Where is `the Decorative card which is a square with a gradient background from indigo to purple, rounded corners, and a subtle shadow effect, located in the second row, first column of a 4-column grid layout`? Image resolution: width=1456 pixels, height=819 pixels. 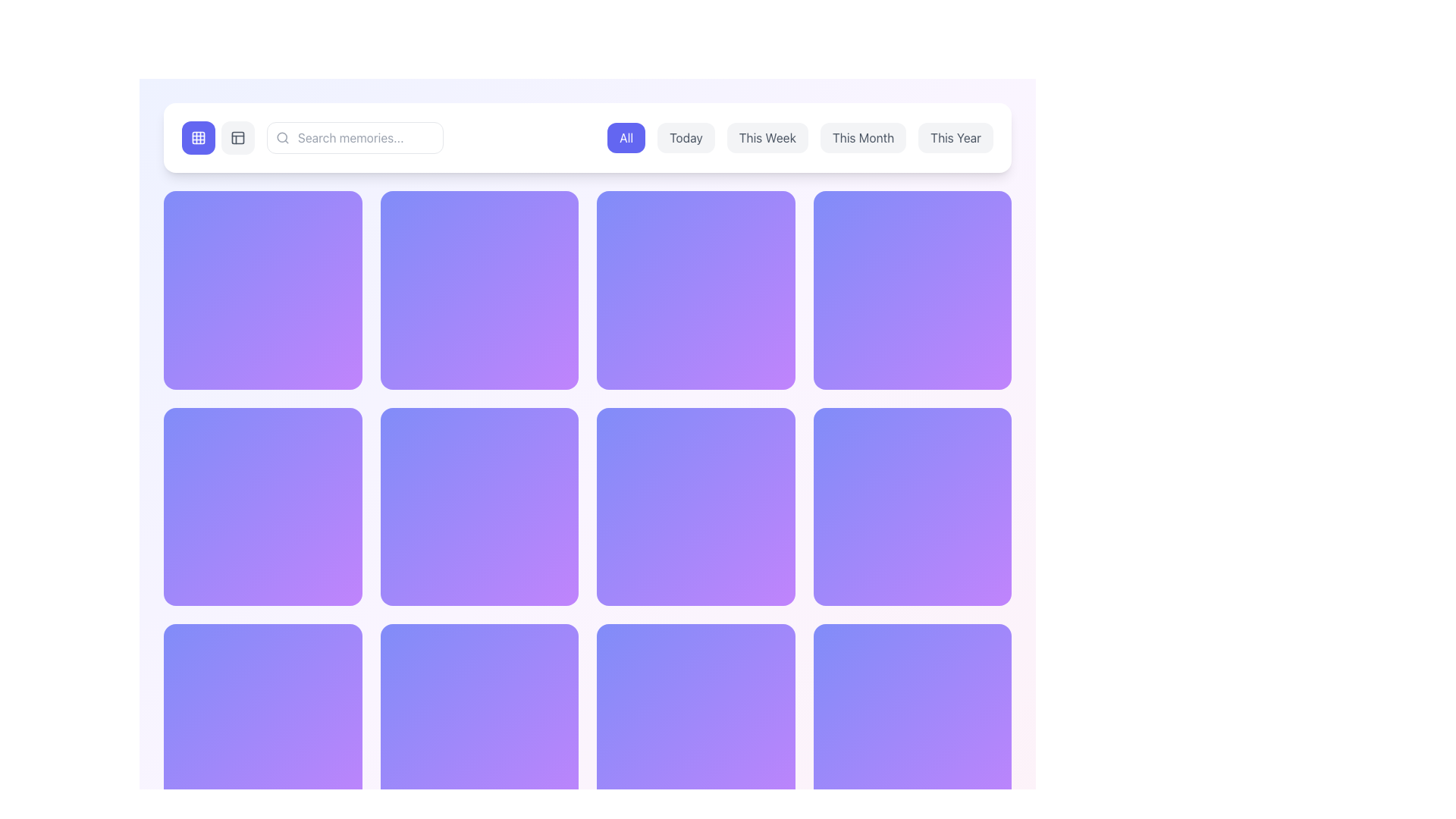
the Decorative card which is a square with a gradient background from indigo to purple, rounded corners, and a subtle shadow effect, located in the second row, first column of a 4-column grid layout is located at coordinates (262, 507).